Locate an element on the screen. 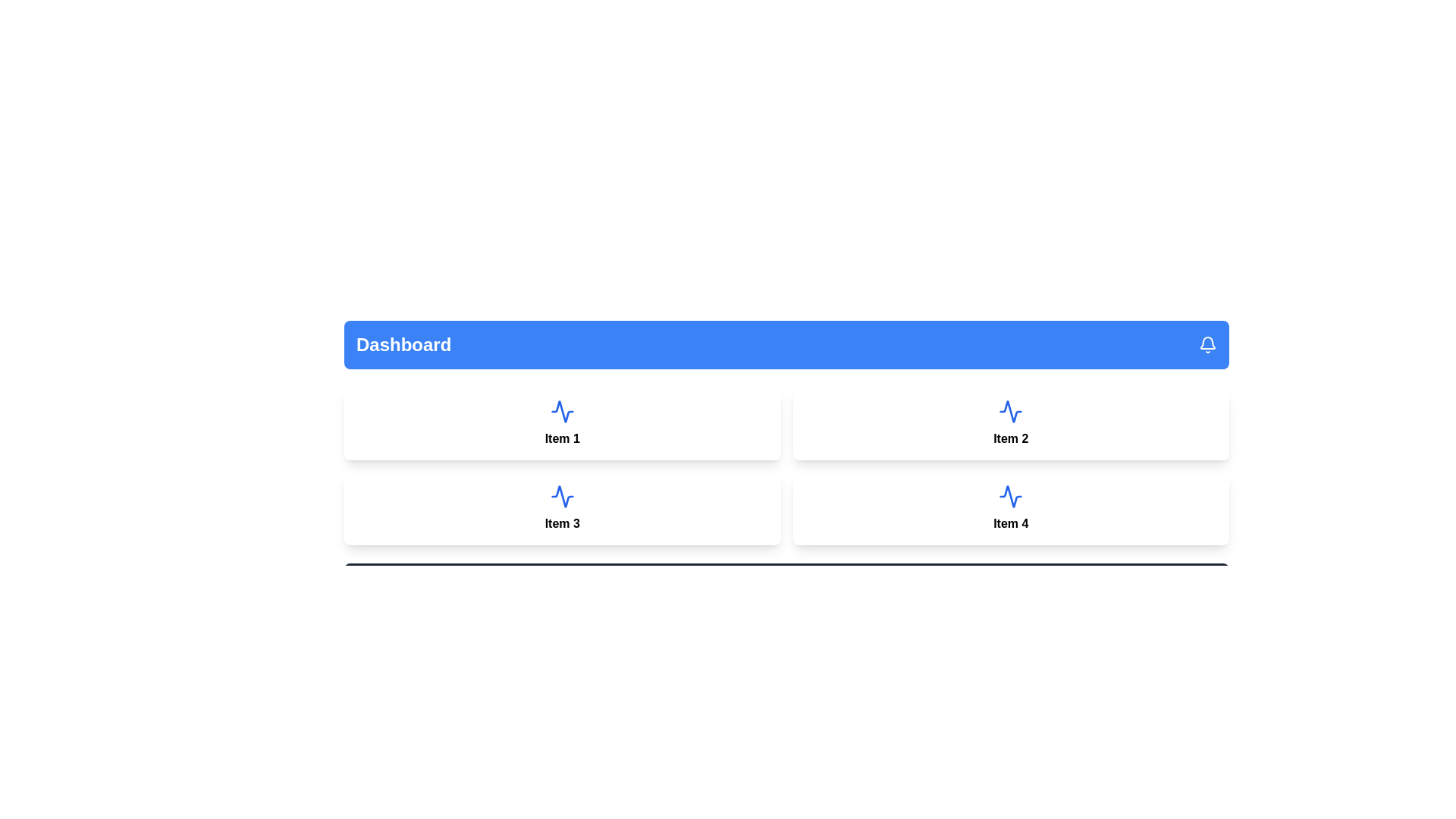  the blue zigzag line icon representing a performance metric located in the bottom-right panel under the label 'Item 4' in the dashboard grid layout is located at coordinates (1011, 497).